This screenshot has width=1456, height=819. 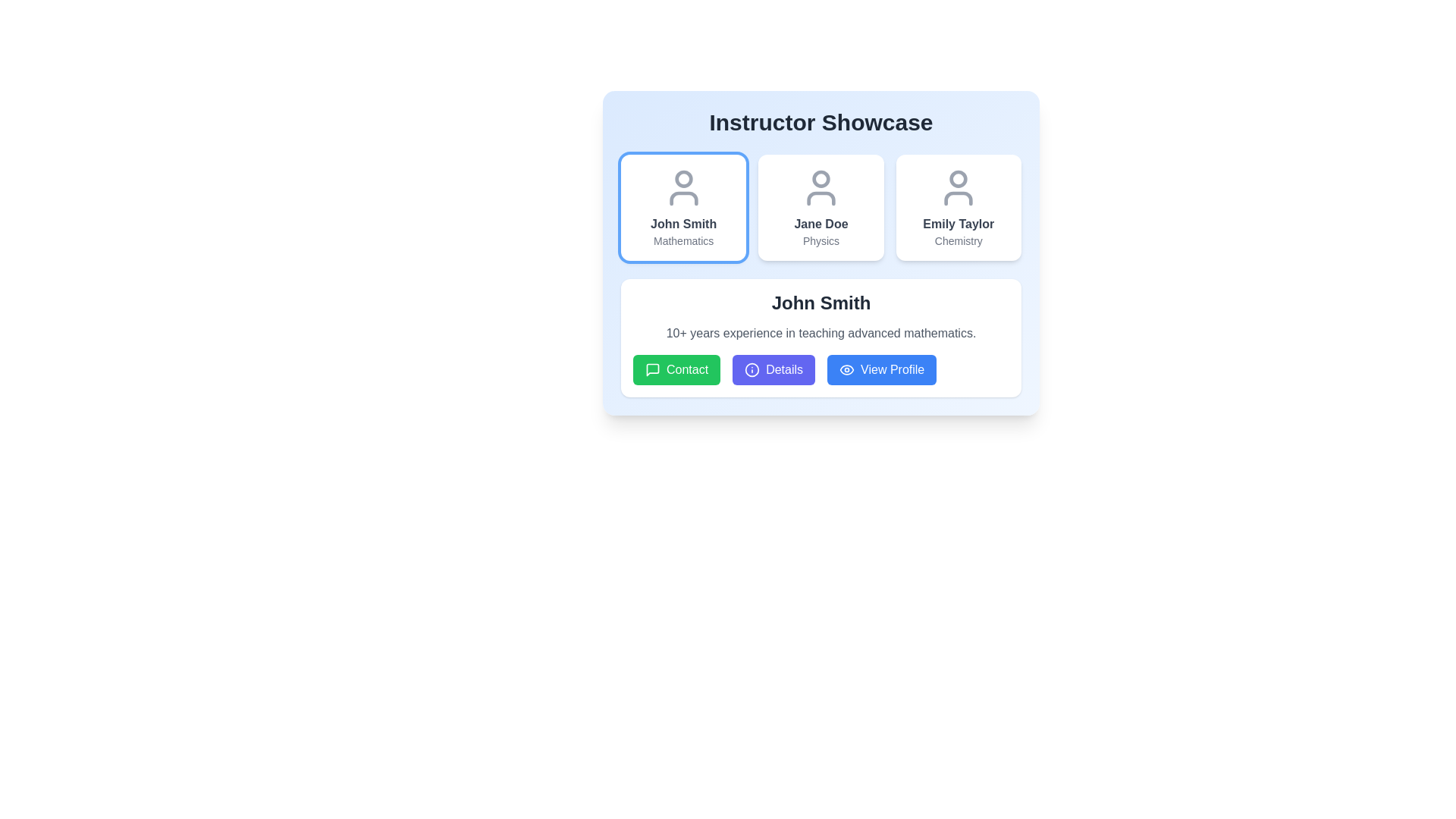 What do you see at coordinates (652, 370) in the screenshot?
I see `the decorative communication icon positioned to the left of the green 'Contact' button for 'John Smith'` at bounding box center [652, 370].